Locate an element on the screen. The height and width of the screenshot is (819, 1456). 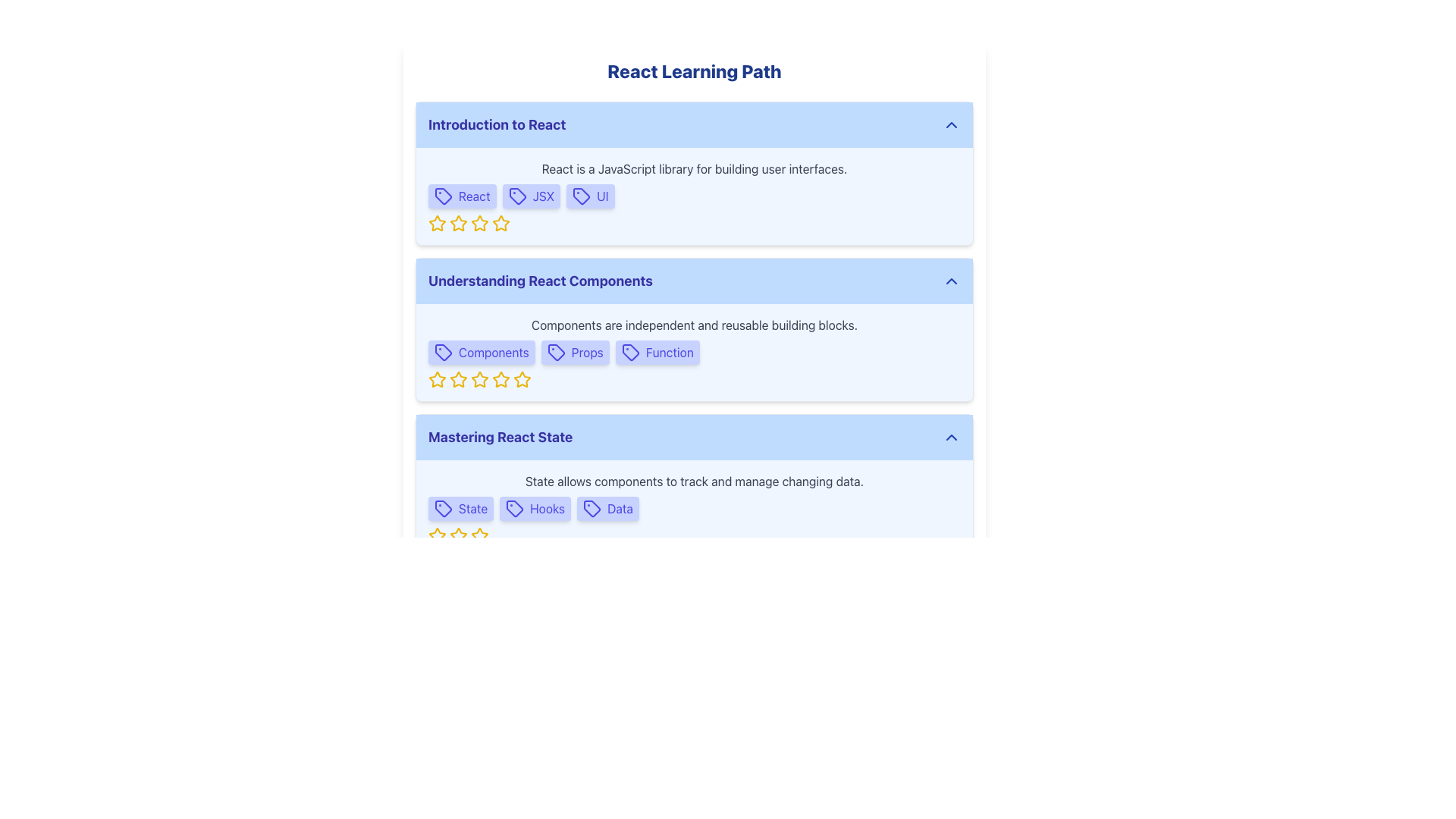
the sixth star icon in the 'Understanding React Components' section to provide a rating is located at coordinates (501, 379).